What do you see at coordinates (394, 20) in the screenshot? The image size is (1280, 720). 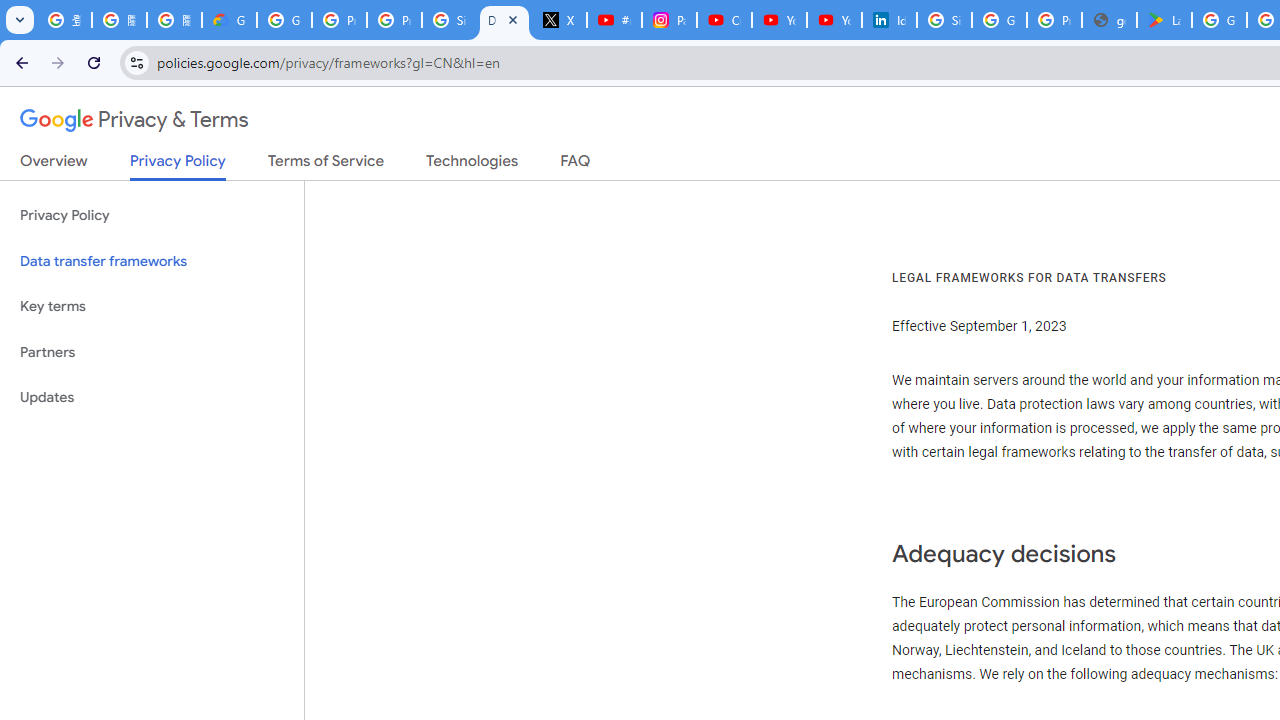 I see `'Privacy Help Center - Policies Help'` at bounding box center [394, 20].